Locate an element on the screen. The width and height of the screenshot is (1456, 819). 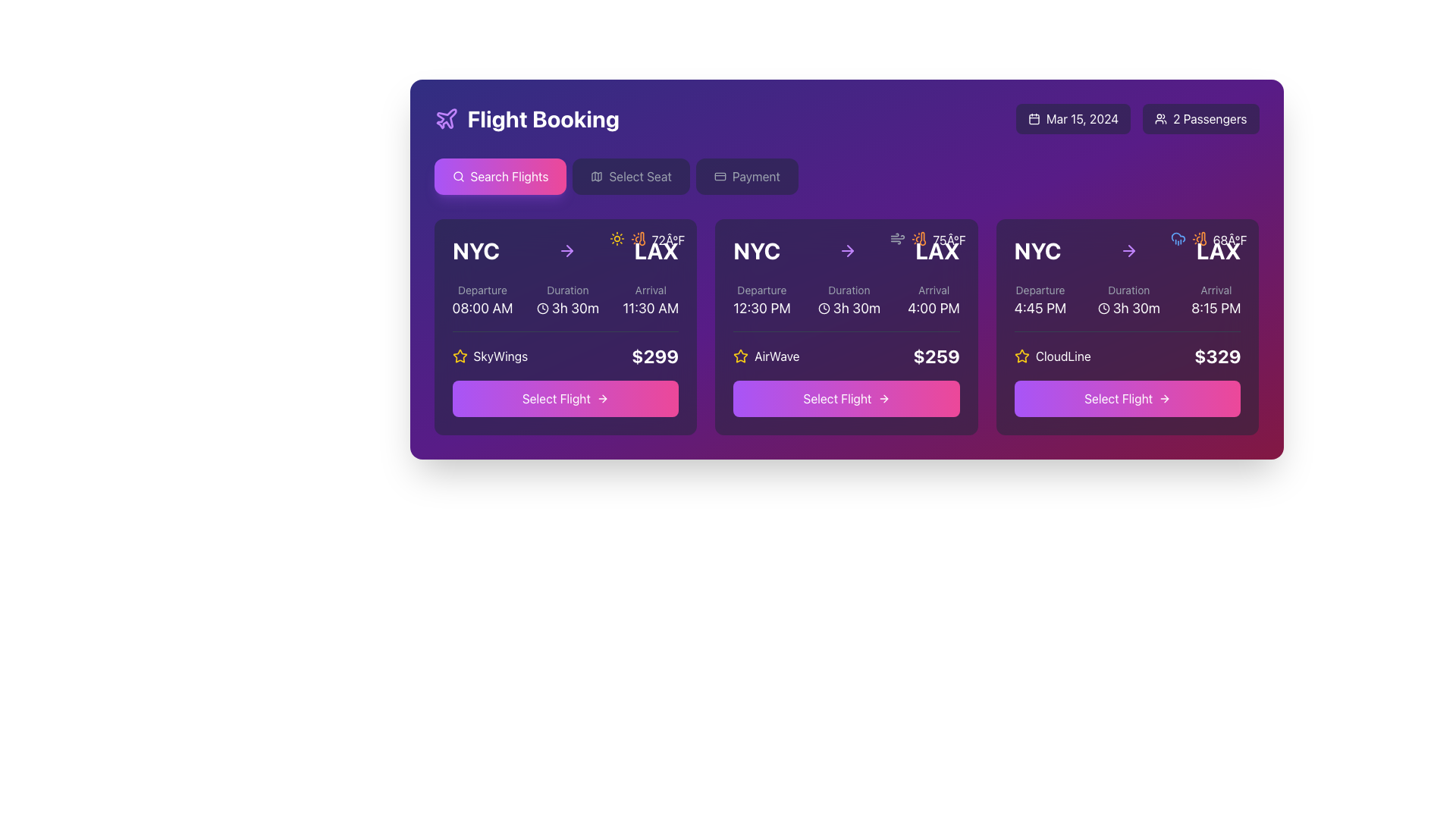
the icon indicating the 'Select Flight' action, which is positioned on the right side of the 'Select Flight' button, located at the bottom of the flight card is located at coordinates (1164, 397).